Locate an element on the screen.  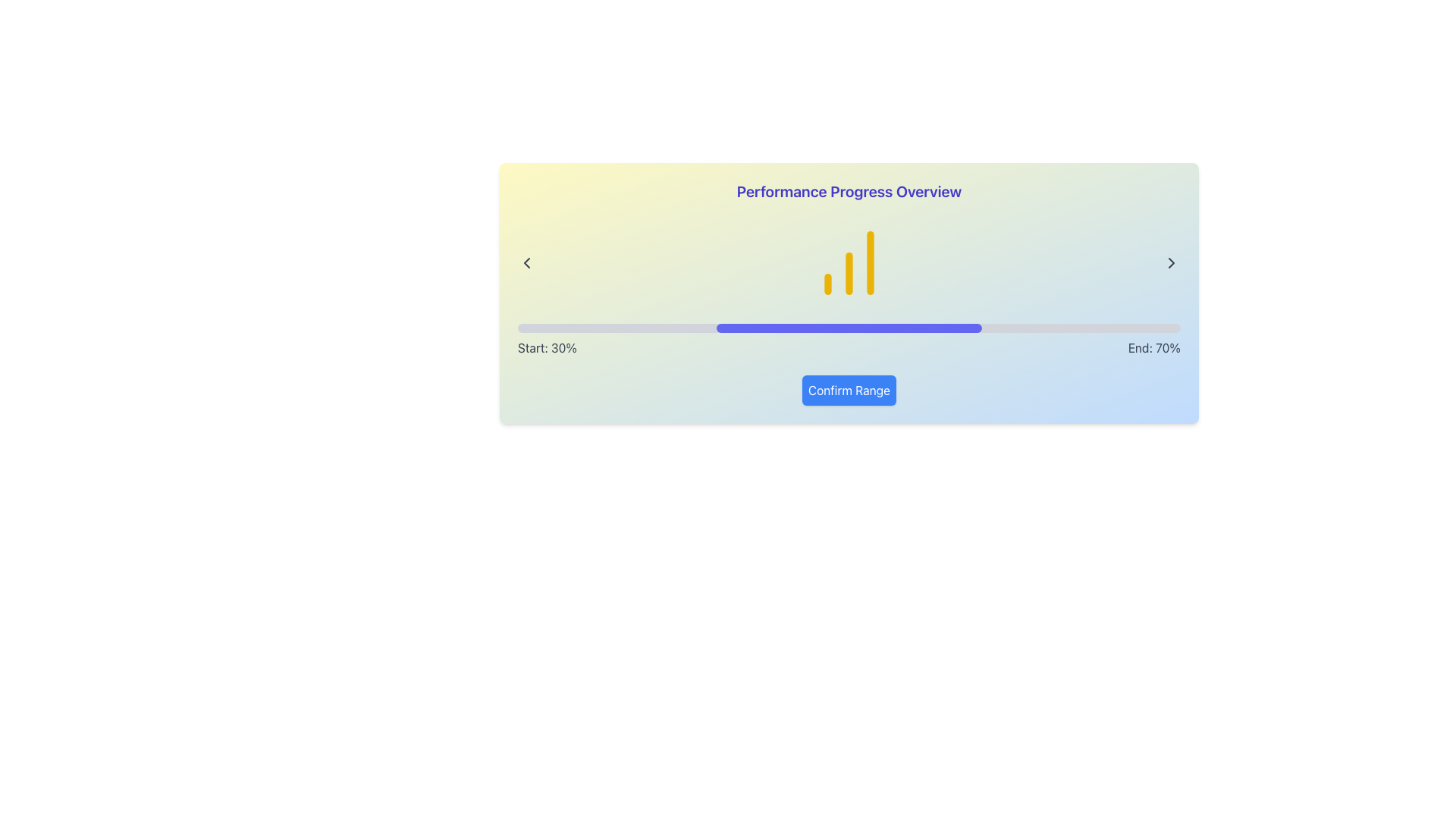
the left-aligned navigation button with a right-pointing chevron arrow is located at coordinates (527, 262).